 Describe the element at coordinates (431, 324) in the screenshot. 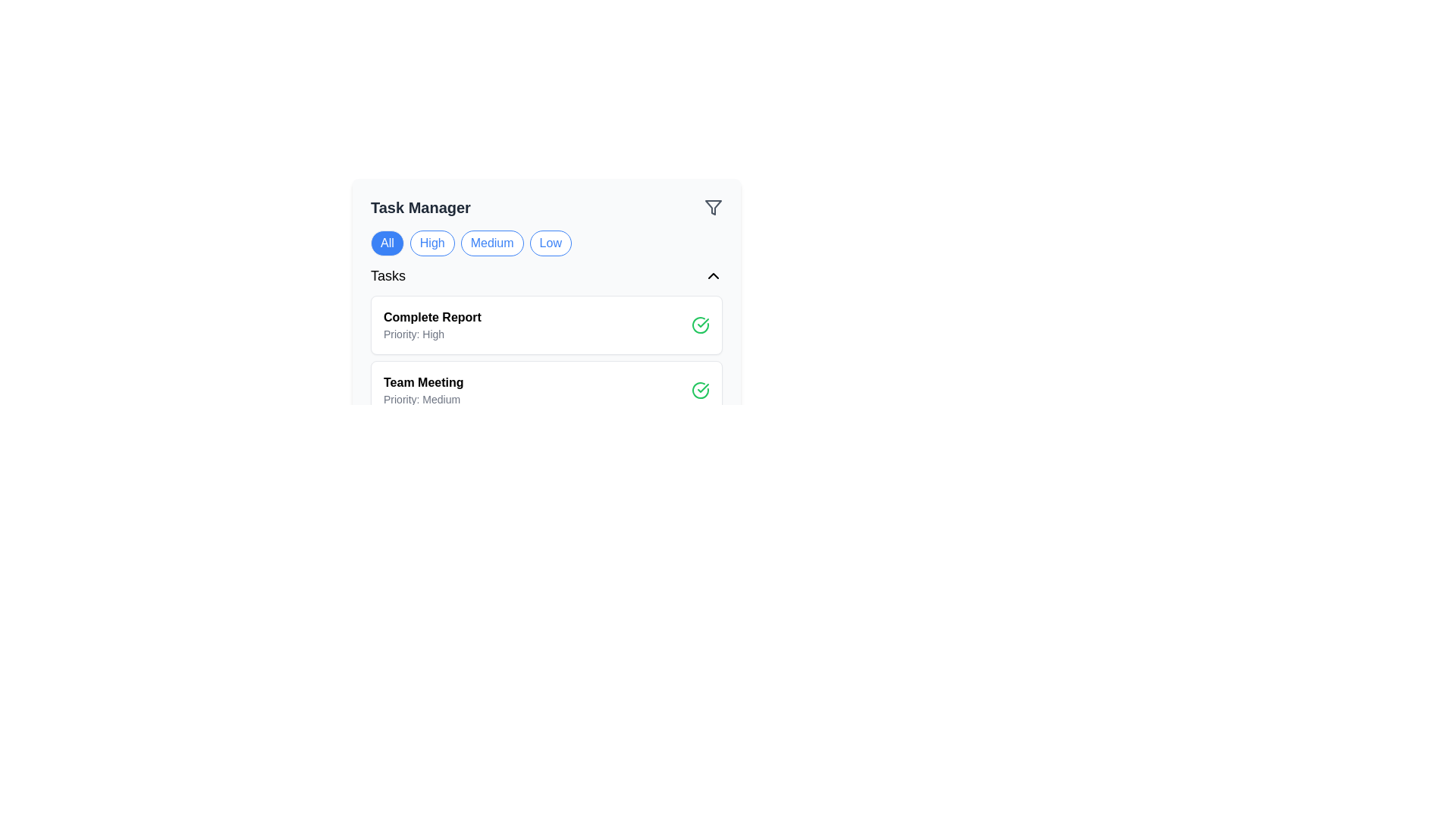

I see `text 'Complete Report' and 'Priority: High' from the Text Display element located in the task card of the task management interface` at that location.